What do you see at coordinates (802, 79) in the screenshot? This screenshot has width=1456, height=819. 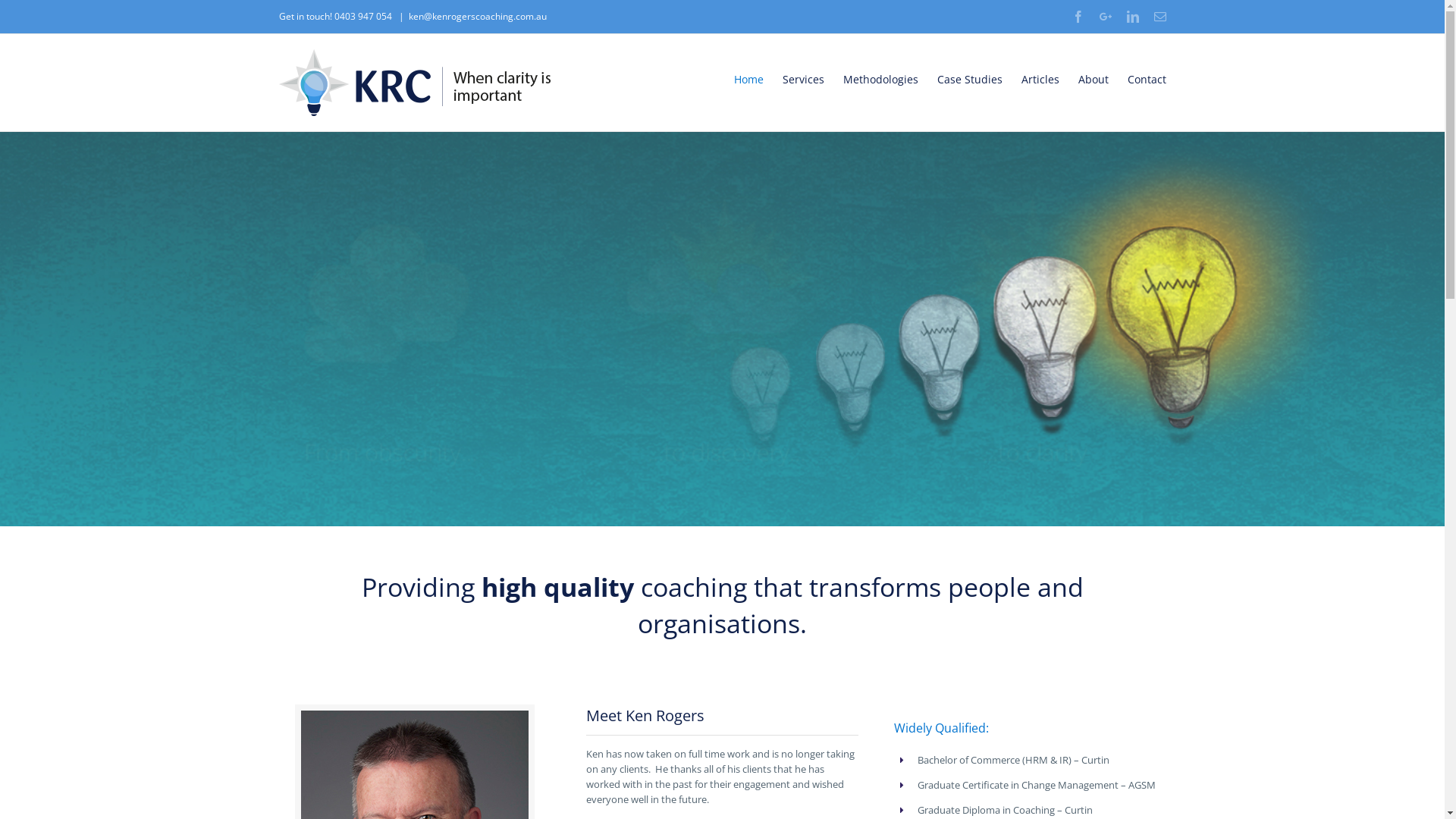 I see `'Services'` at bounding box center [802, 79].